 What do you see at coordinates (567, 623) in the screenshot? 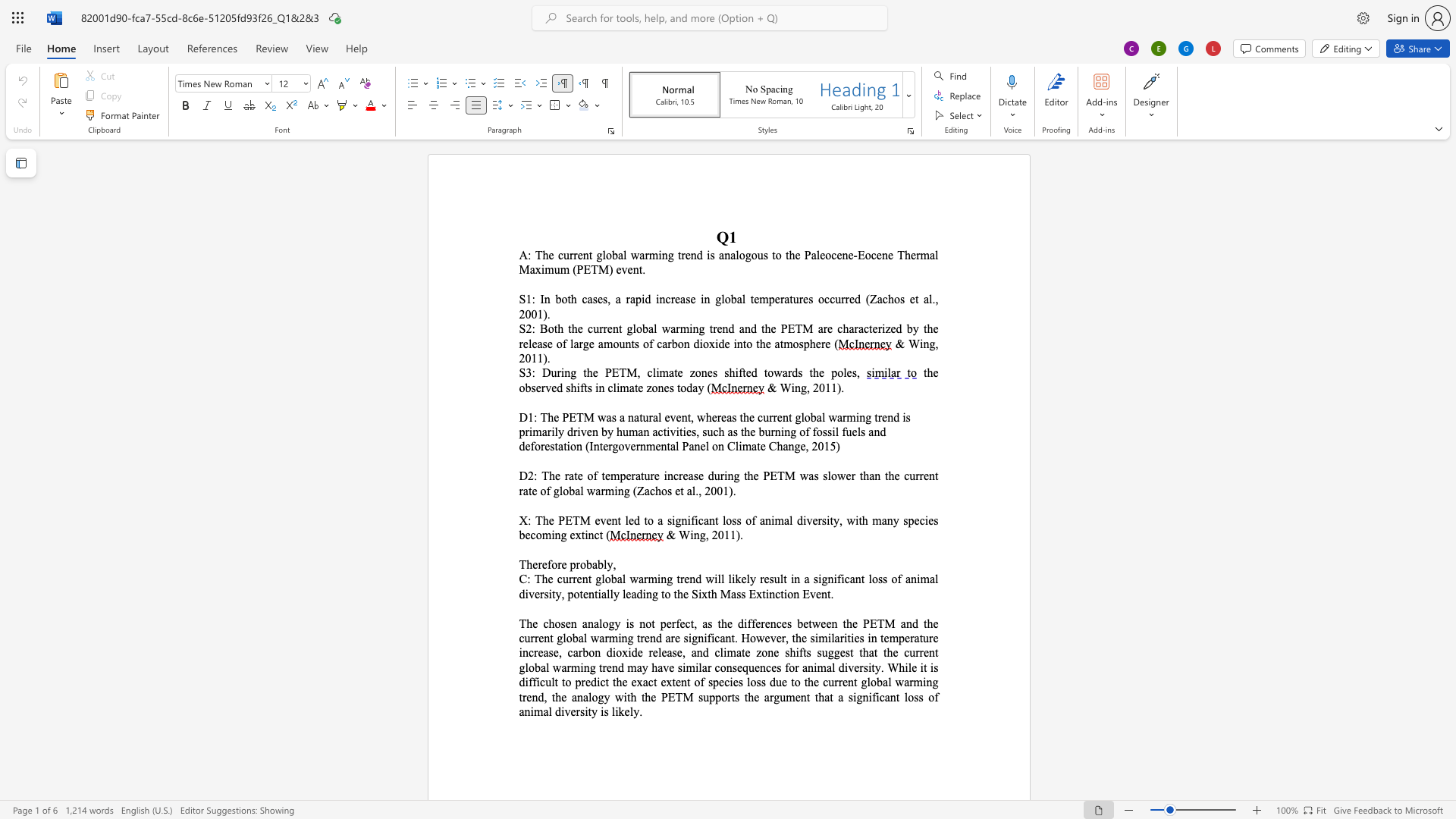
I see `the 2th character "e" in the text` at bounding box center [567, 623].